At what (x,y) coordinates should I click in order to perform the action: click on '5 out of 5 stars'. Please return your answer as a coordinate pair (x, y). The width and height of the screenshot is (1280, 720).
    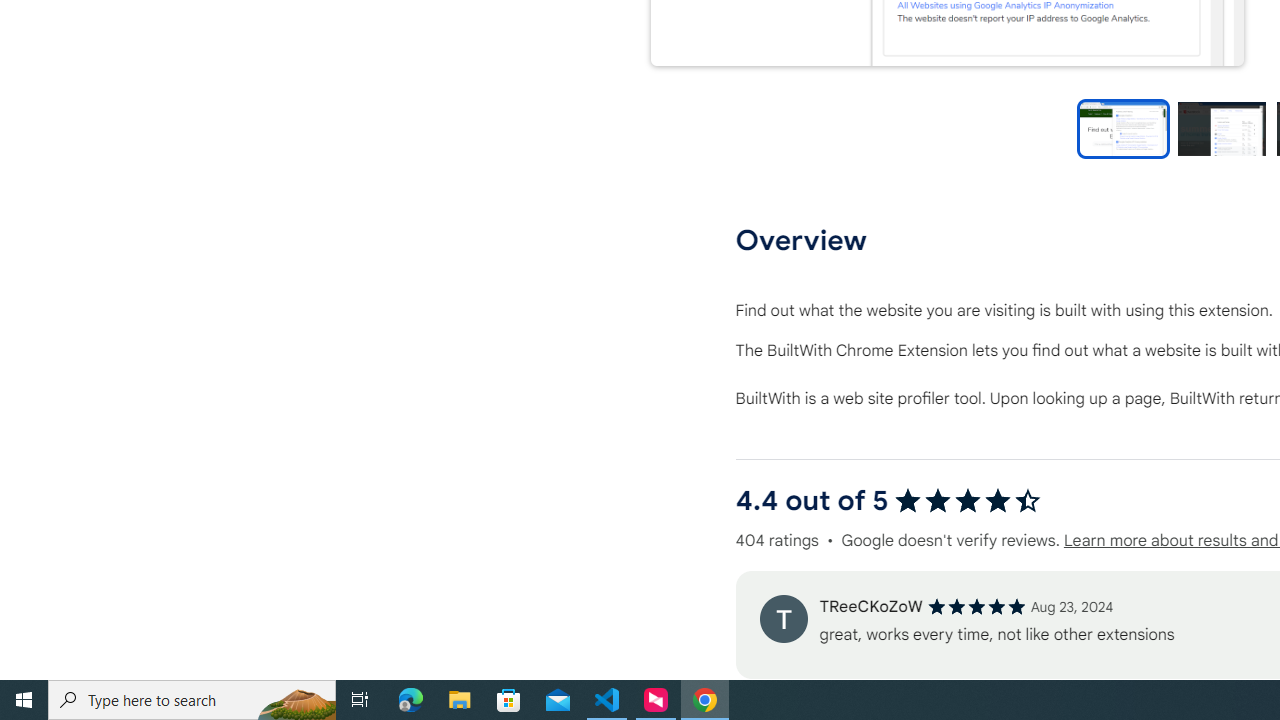
    Looking at the image, I should click on (976, 605).